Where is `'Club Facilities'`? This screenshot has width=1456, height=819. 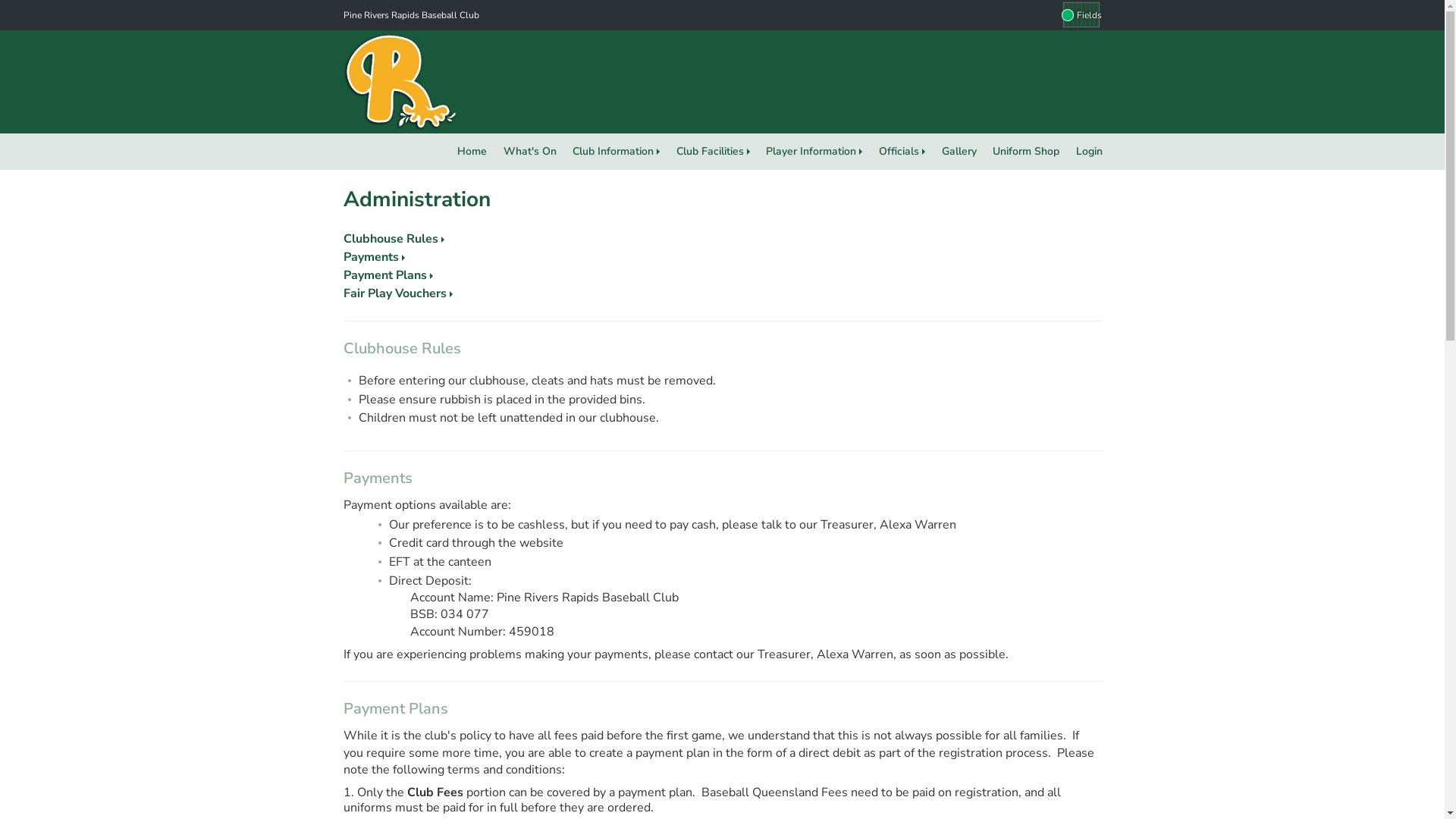 'Club Facilities' is located at coordinates (712, 152).